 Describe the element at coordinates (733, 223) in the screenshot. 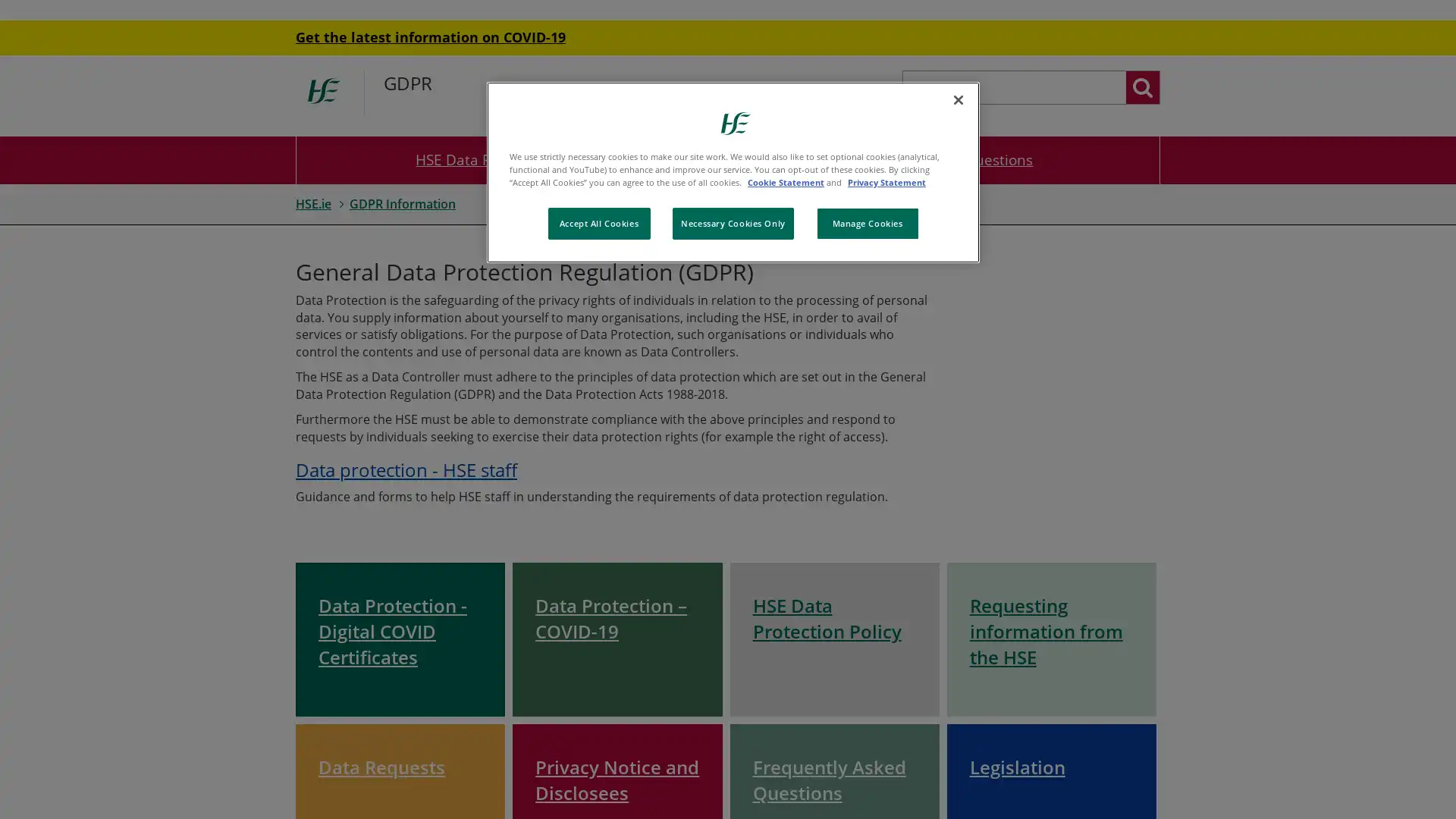

I see `Necessary Cookies Only` at that location.